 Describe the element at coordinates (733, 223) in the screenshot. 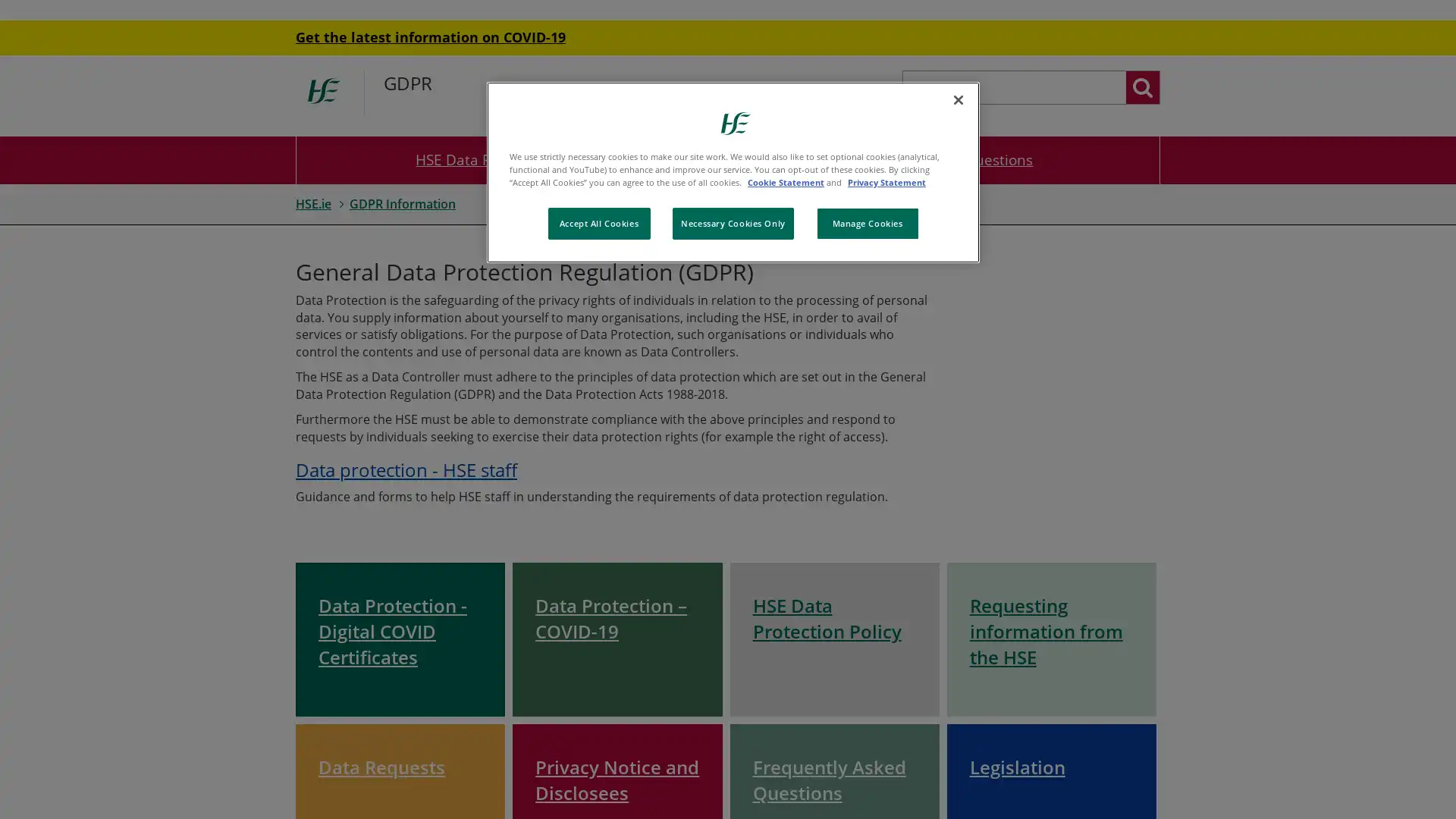

I see `Necessary Cookies Only` at that location.